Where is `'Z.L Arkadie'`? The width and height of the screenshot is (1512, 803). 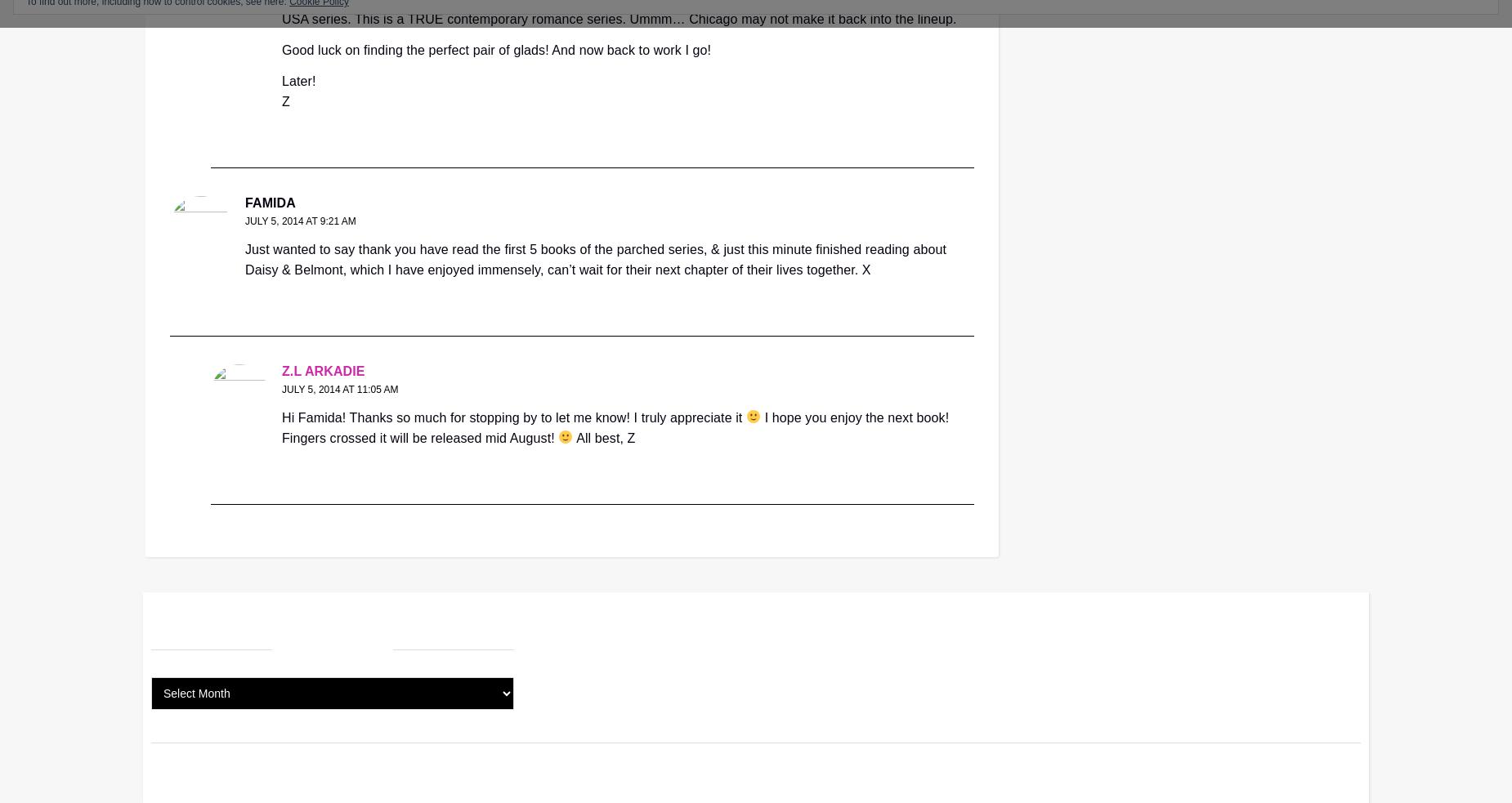 'Z.L Arkadie' is located at coordinates (322, 369).